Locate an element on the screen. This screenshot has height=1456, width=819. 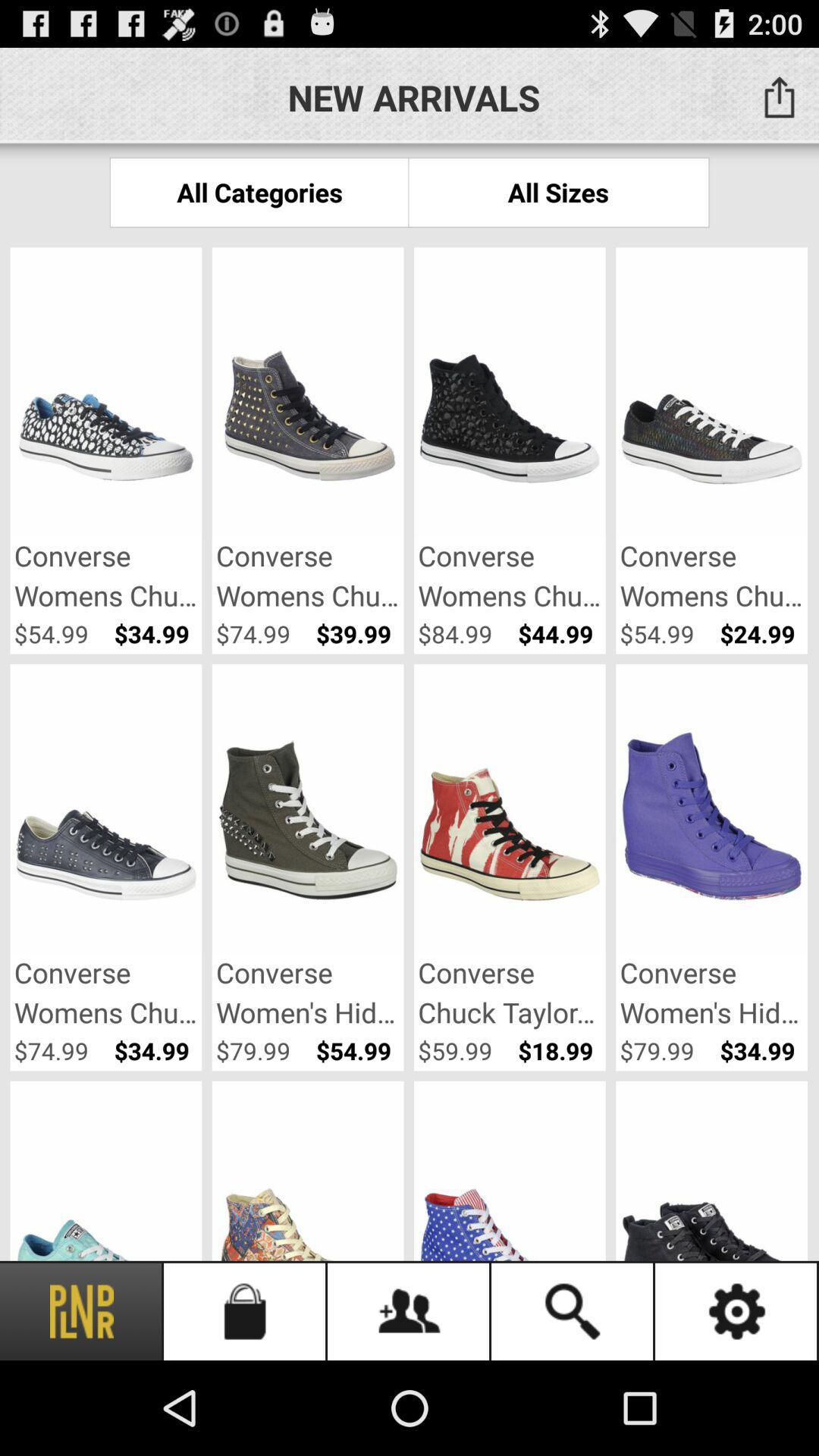
the image which is at first right side of the page is located at coordinates (711, 393).